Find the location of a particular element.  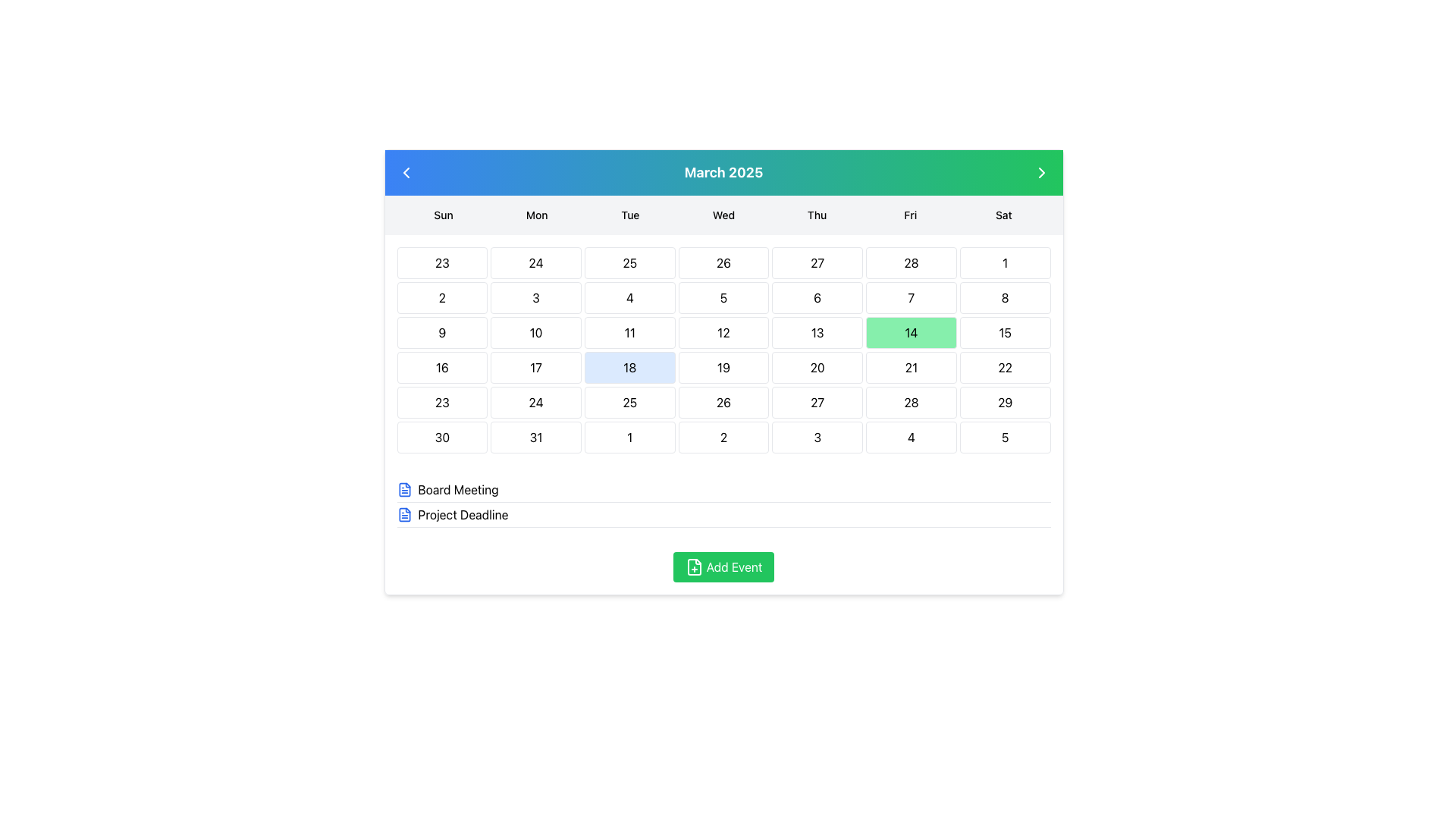

to select the calendar day cell containing the date '23', which is styled with a white background and rounded corners, located in the last row of the calendar grid is located at coordinates (441, 402).